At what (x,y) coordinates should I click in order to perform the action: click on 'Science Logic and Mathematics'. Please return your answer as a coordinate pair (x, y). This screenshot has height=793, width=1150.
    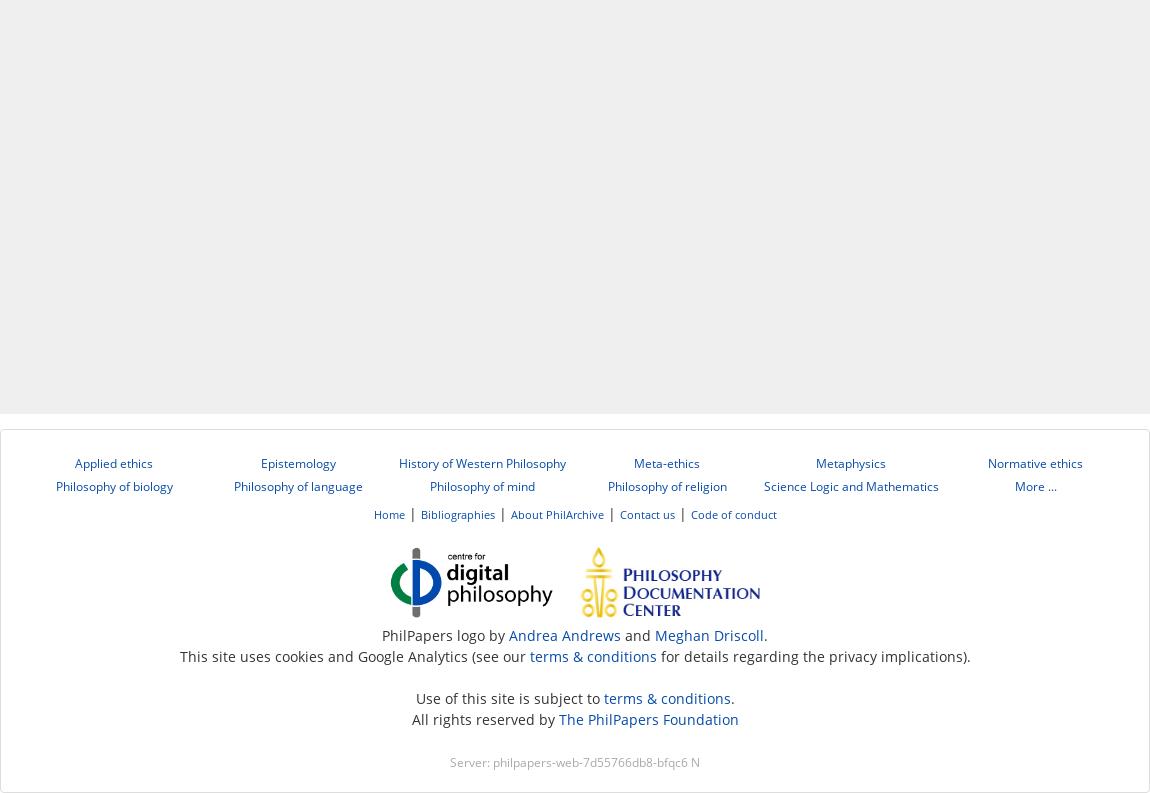
    Looking at the image, I should click on (849, 486).